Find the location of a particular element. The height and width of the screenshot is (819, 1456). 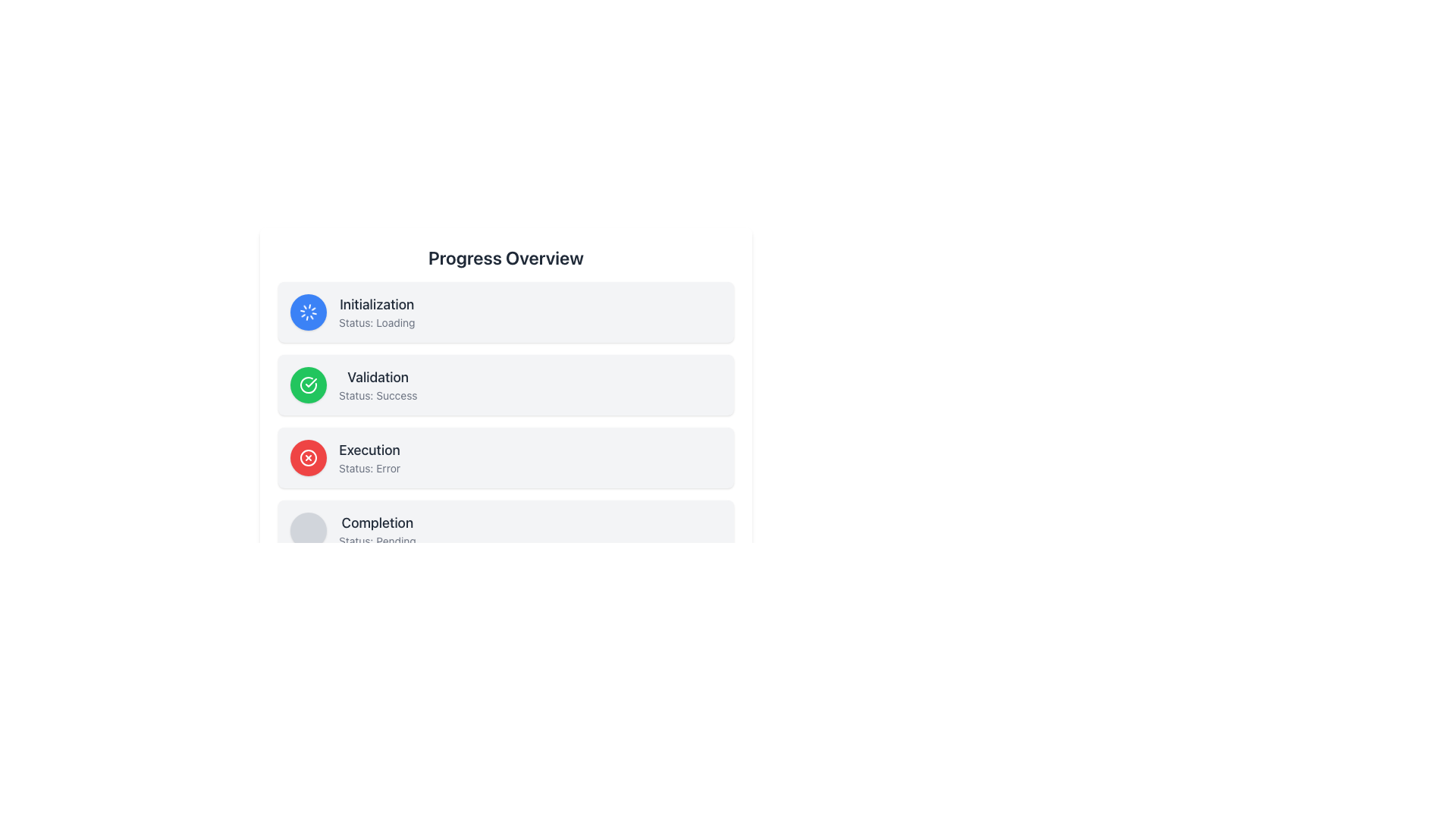

the checkmark symbol in the SVG graphic, which indicates successful validation, located next to the 'Validation' text in the 'Progress Overview' section is located at coordinates (310, 382).